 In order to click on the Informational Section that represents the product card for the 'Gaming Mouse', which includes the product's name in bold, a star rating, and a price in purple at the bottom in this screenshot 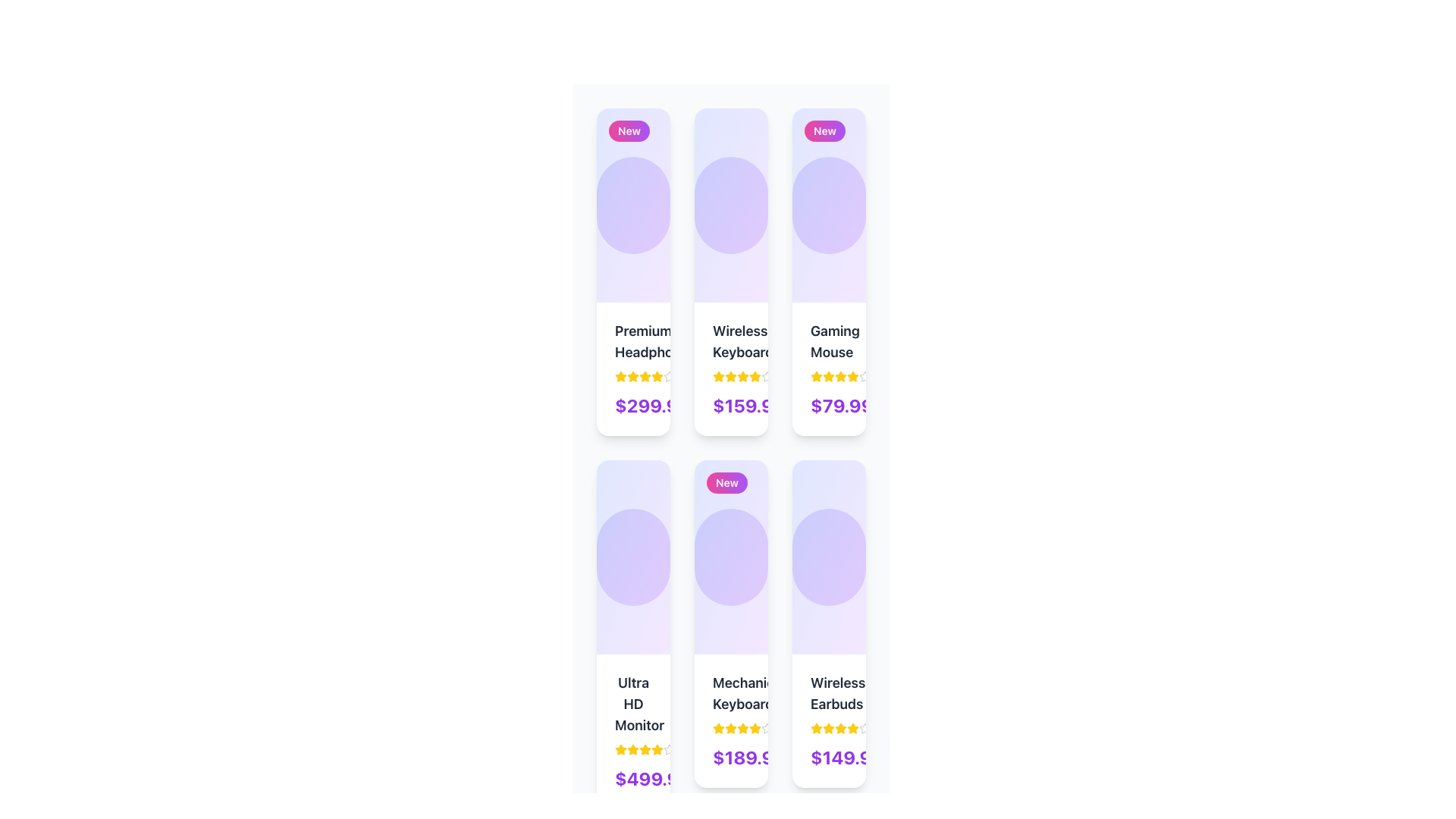, I will do `click(828, 369)`.